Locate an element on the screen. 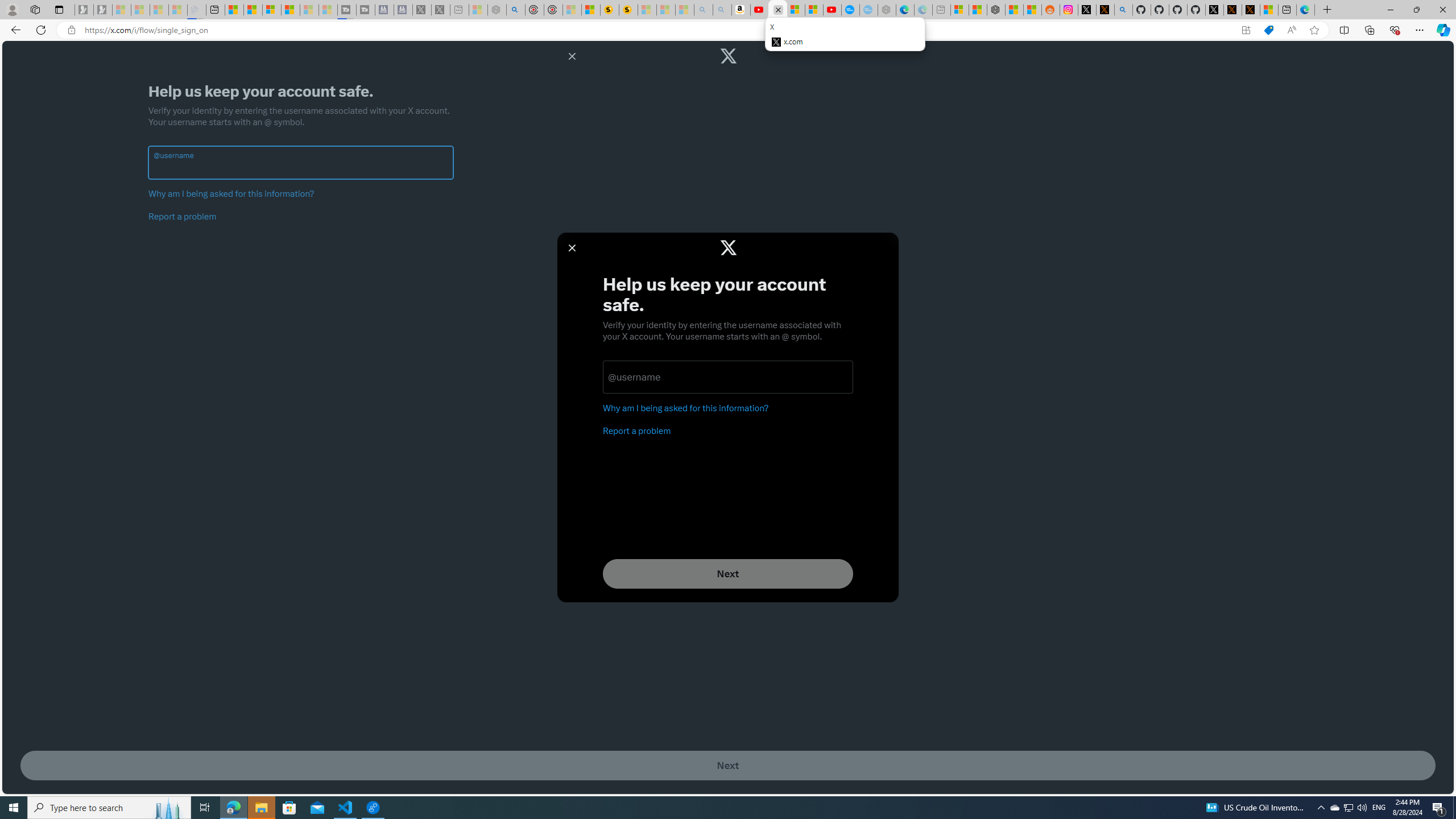  'Shanghai, China Weather trends | Microsoft Weather' is located at coordinates (1032, 9).